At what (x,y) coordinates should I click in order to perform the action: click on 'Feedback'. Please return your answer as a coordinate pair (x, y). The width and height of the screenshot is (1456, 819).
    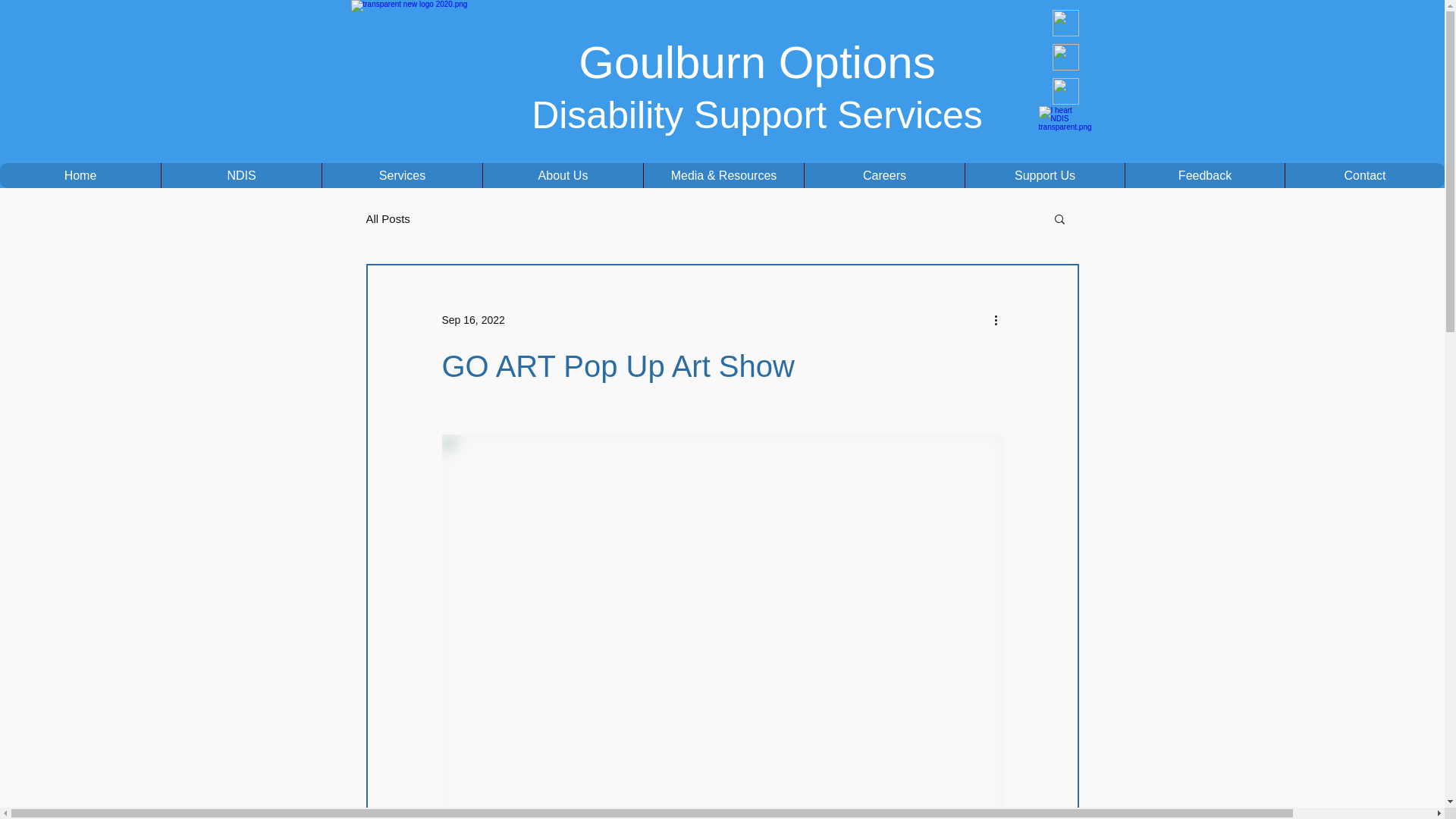
    Looking at the image, I should click on (1203, 174).